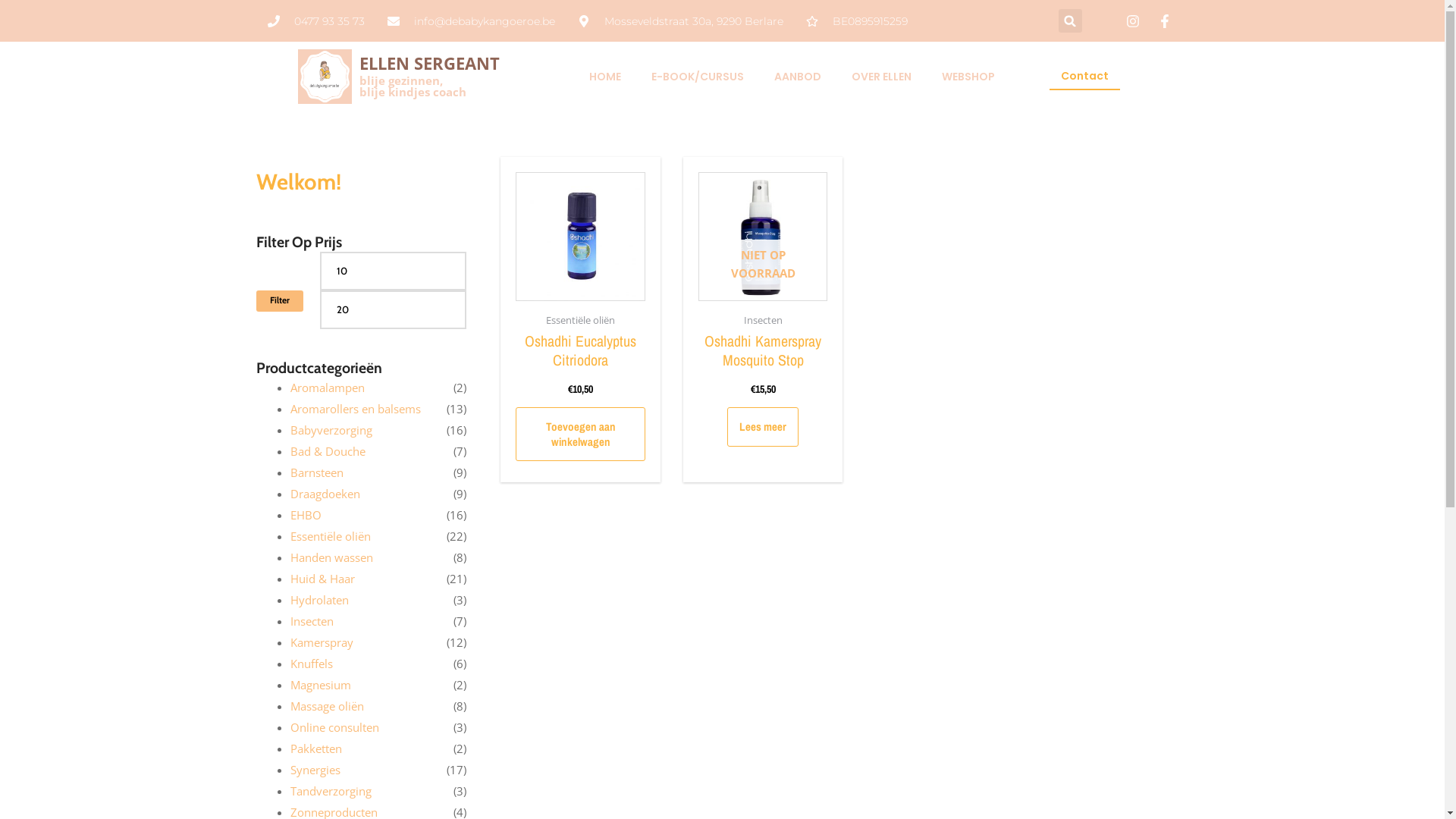 The height and width of the screenshot is (819, 1456). Describe the element at coordinates (604, 76) in the screenshot. I see `'HOME'` at that location.